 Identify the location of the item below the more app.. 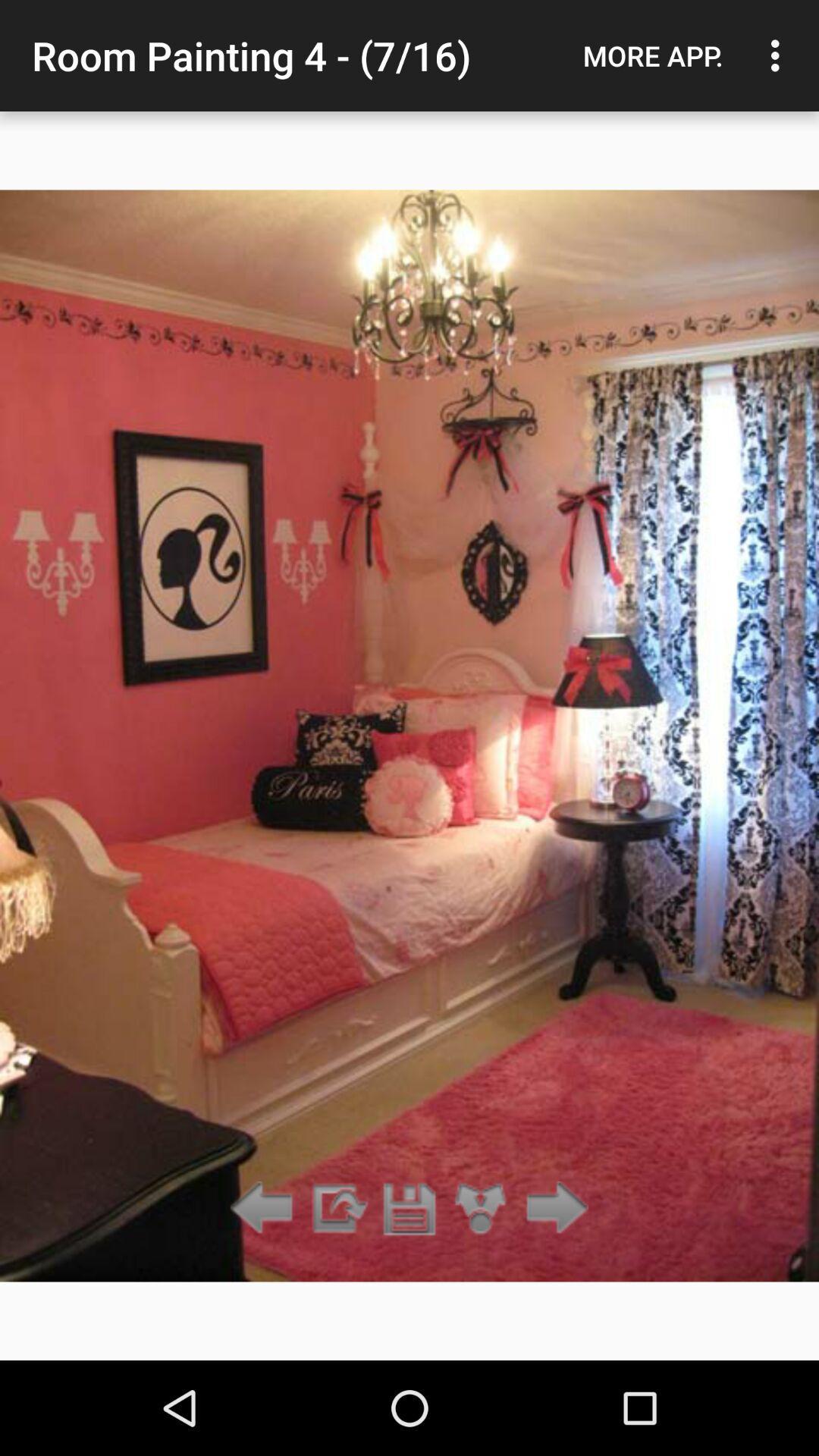
(553, 1208).